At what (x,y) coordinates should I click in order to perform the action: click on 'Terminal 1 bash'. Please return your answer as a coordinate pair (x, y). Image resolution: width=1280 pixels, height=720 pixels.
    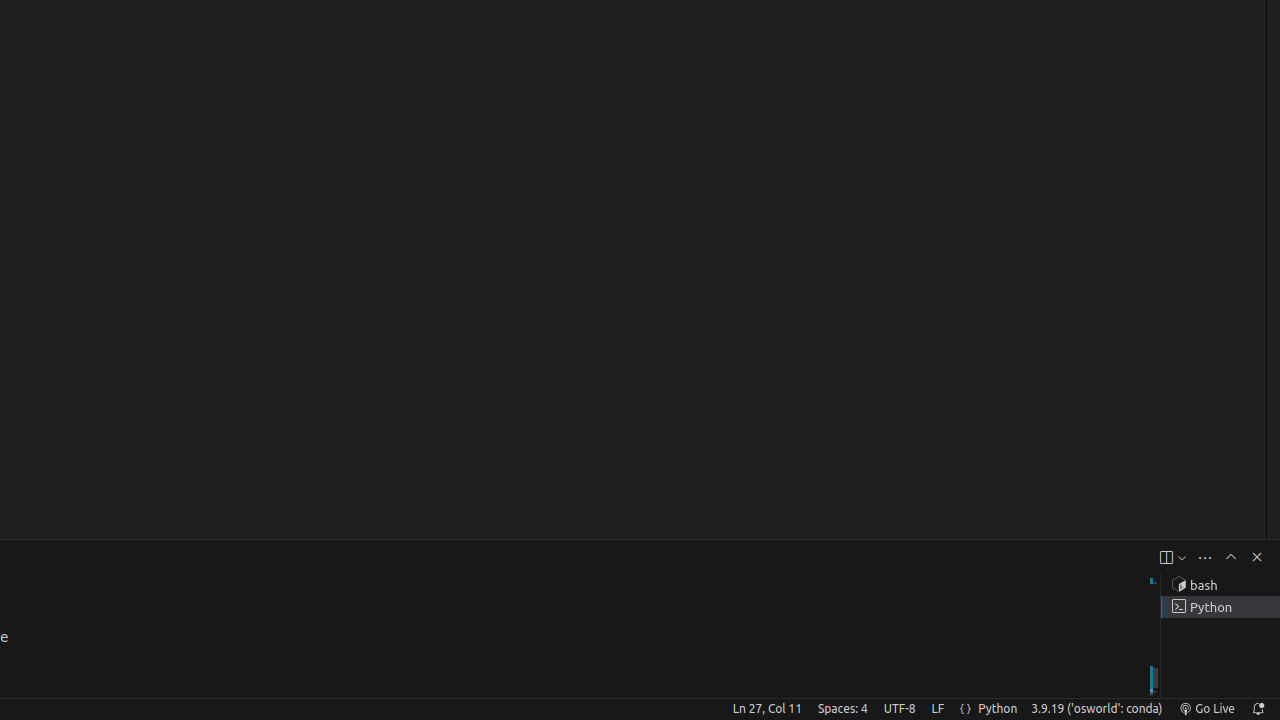
    Looking at the image, I should click on (1219, 585).